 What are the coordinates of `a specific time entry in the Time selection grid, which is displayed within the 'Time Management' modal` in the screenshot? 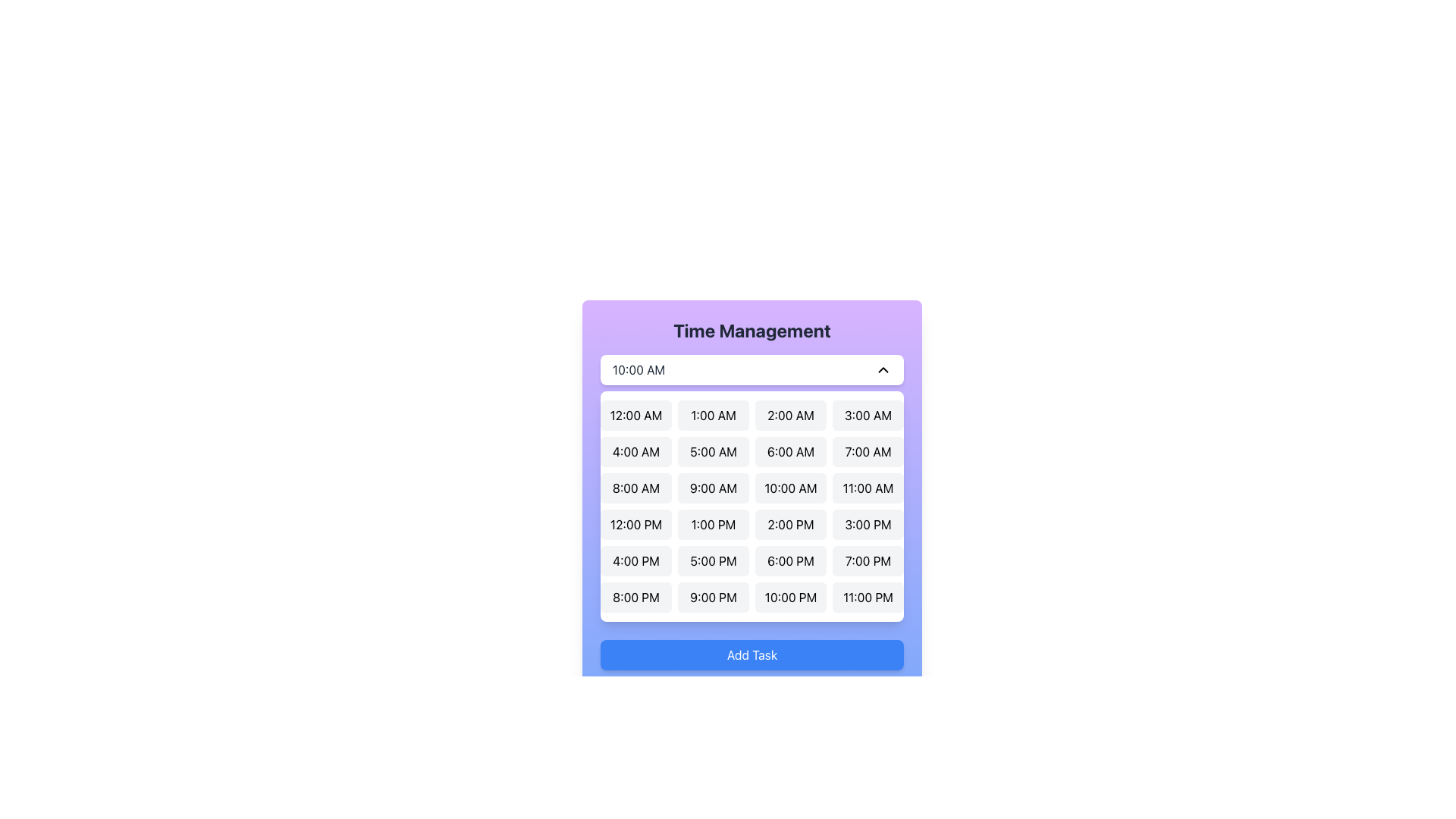 It's located at (752, 488).